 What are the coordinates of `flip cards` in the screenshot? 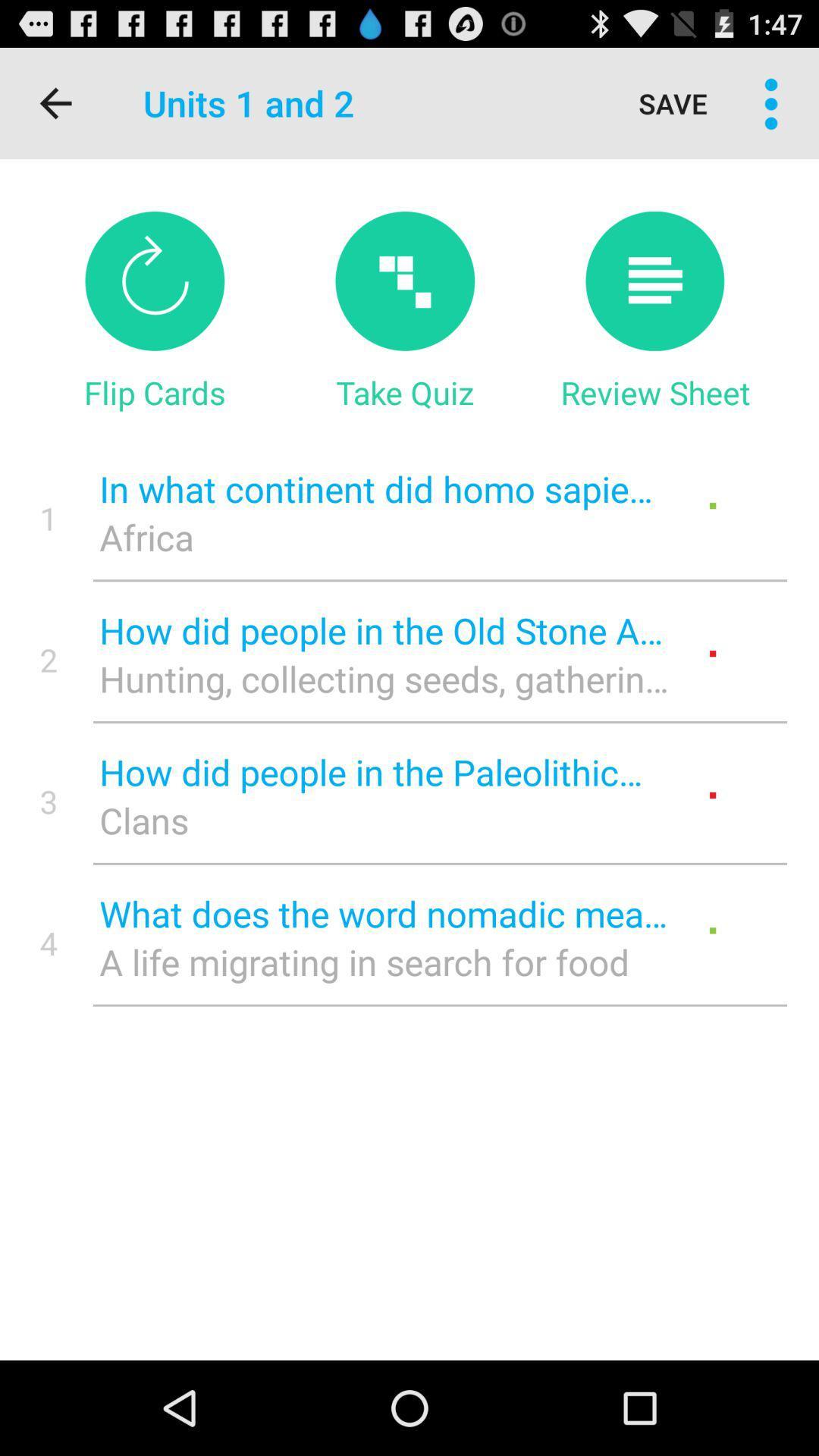 It's located at (155, 281).